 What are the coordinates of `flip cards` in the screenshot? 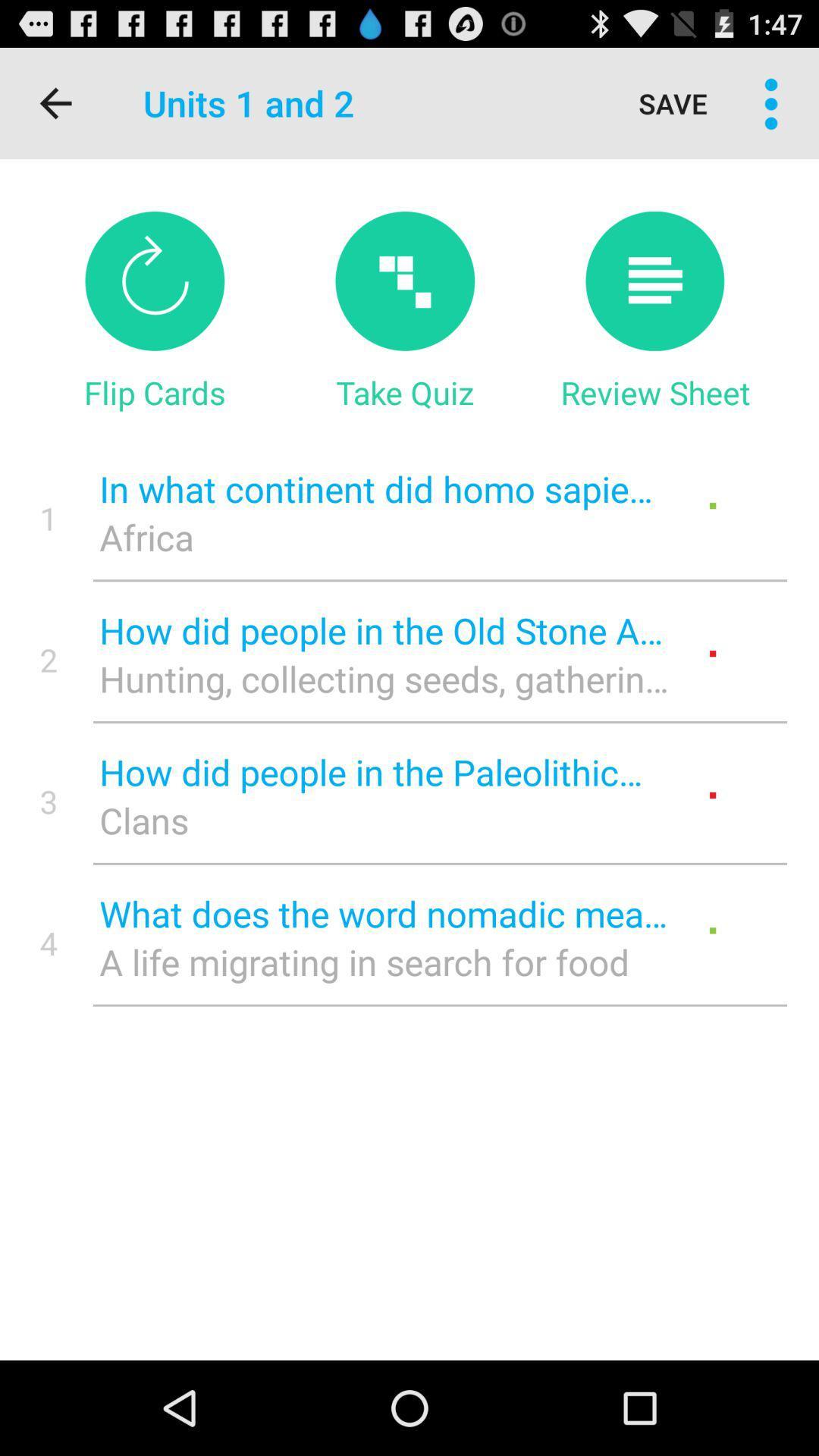 It's located at (155, 281).